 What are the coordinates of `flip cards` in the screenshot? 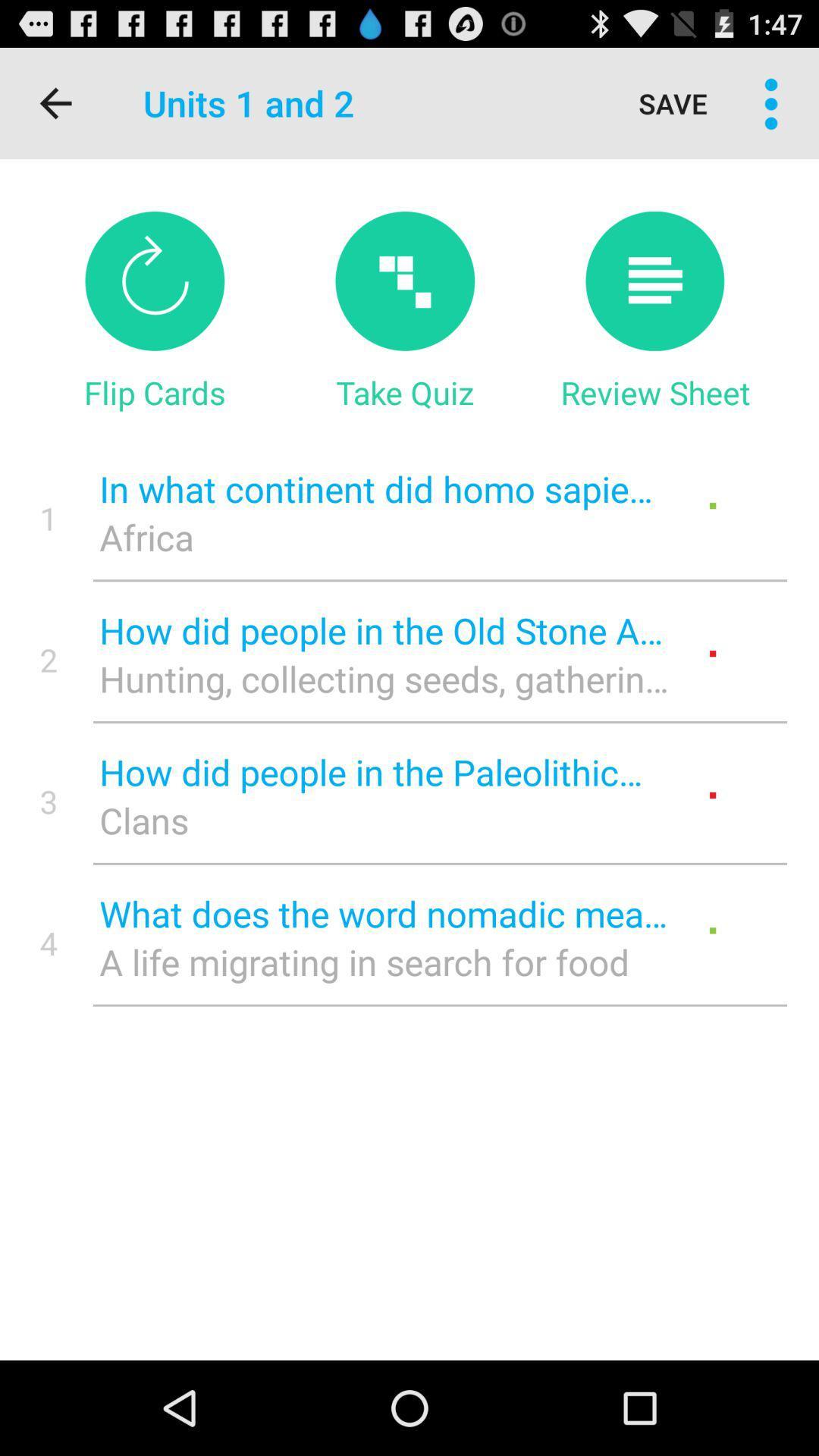 It's located at (155, 281).